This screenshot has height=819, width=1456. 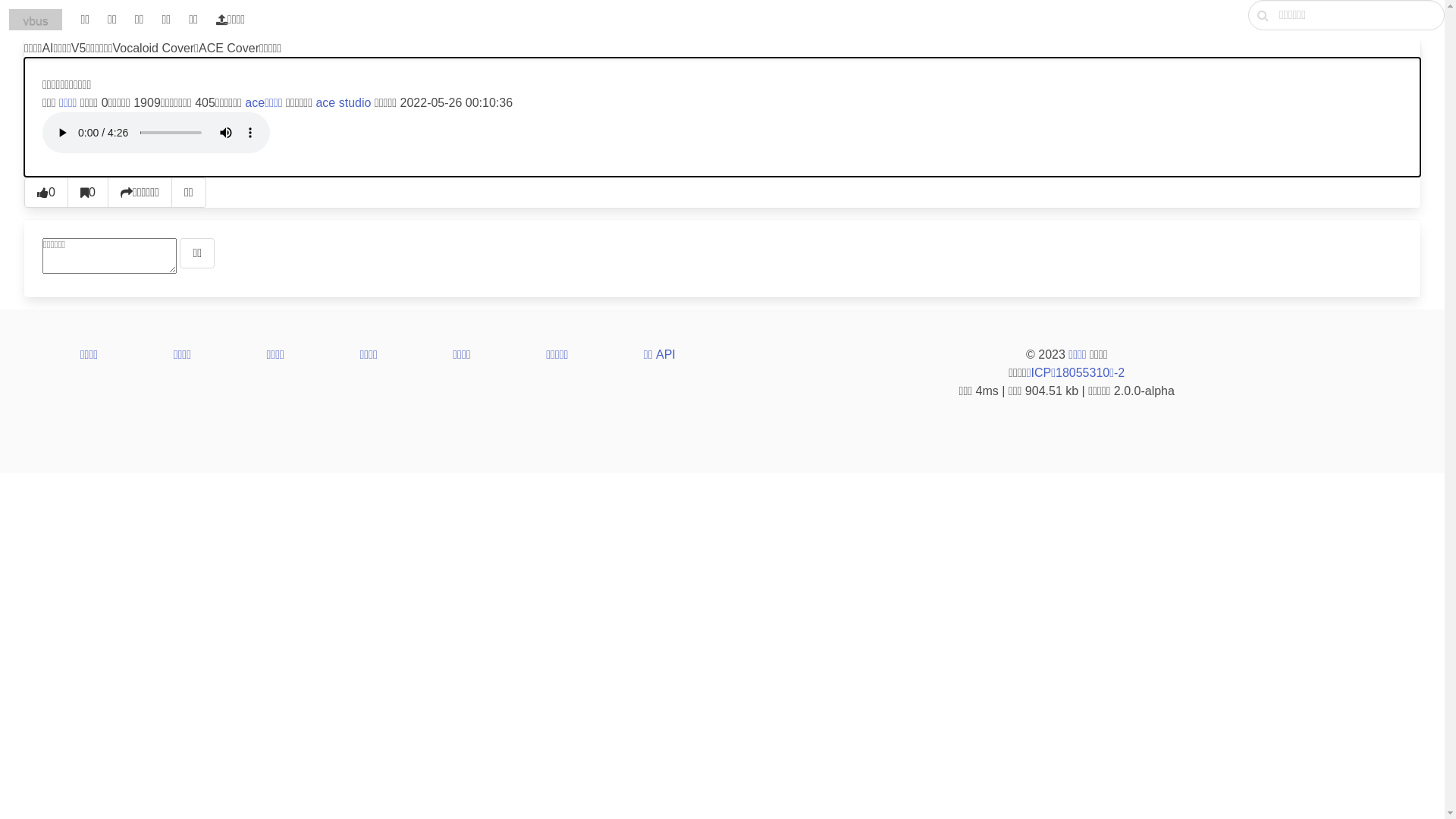 What do you see at coordinates (324, 102) in the screenshot?
I see `'ace'` at bounding box center [324, 102].